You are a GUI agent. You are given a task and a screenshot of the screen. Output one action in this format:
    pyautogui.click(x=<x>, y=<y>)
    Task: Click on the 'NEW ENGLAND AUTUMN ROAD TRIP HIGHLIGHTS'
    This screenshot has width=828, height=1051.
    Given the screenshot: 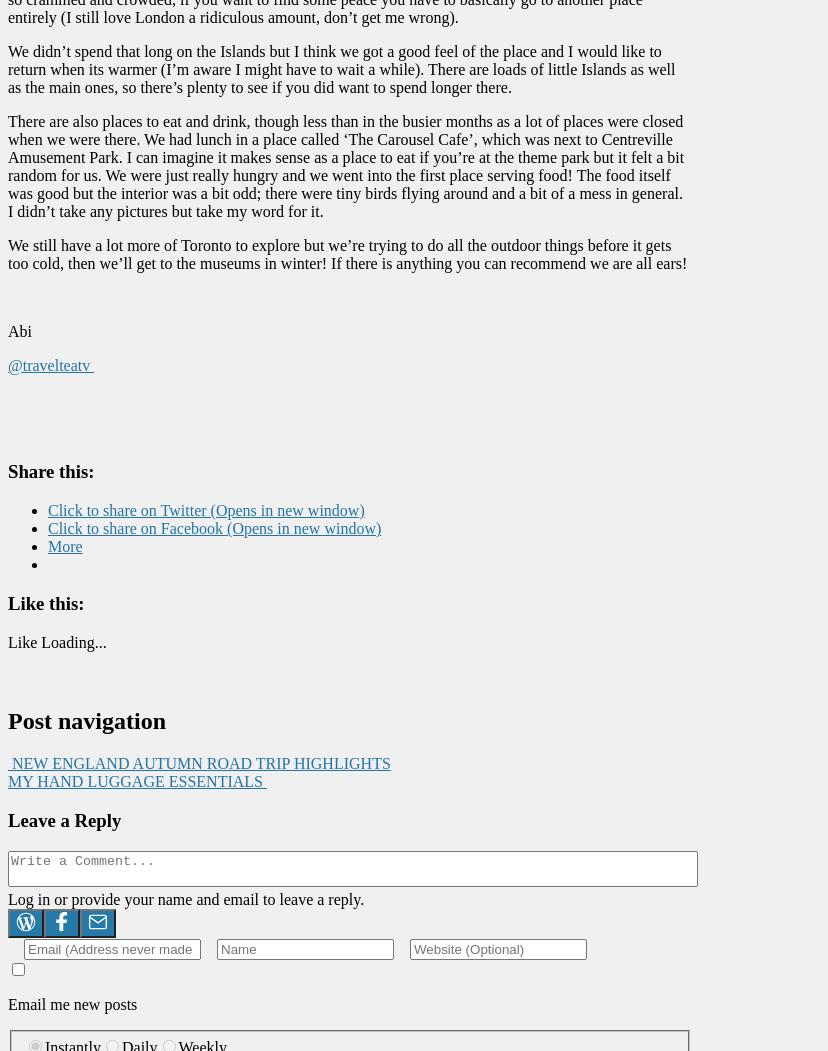 What is the action you would take?
    pyautogui.click(x=8, y=763)
    